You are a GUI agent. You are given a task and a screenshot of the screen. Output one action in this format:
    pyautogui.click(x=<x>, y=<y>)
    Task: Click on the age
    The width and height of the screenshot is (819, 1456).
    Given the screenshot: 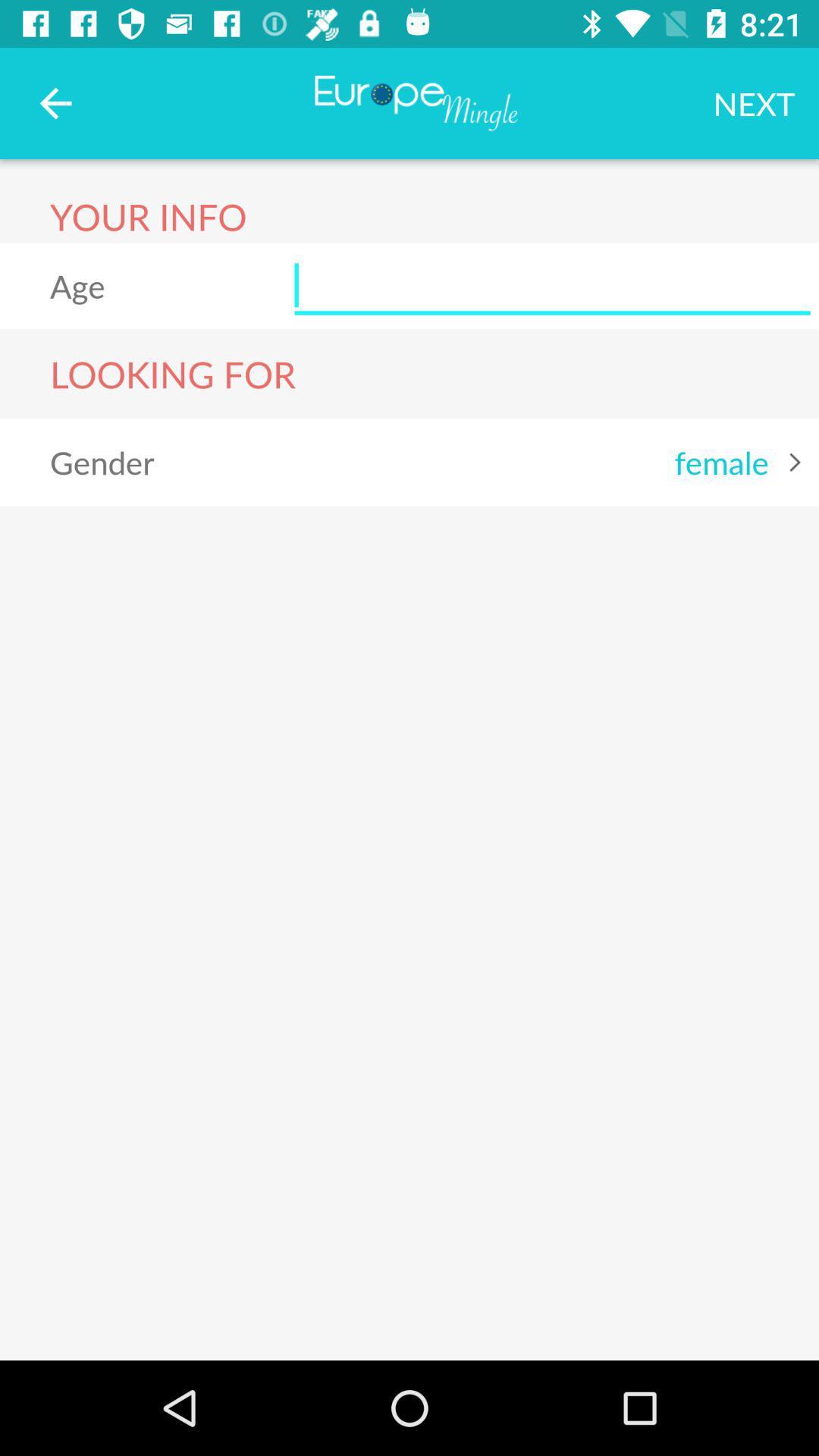 What is the action you would take?
    pyautogui.click(x=552, y=286)
    